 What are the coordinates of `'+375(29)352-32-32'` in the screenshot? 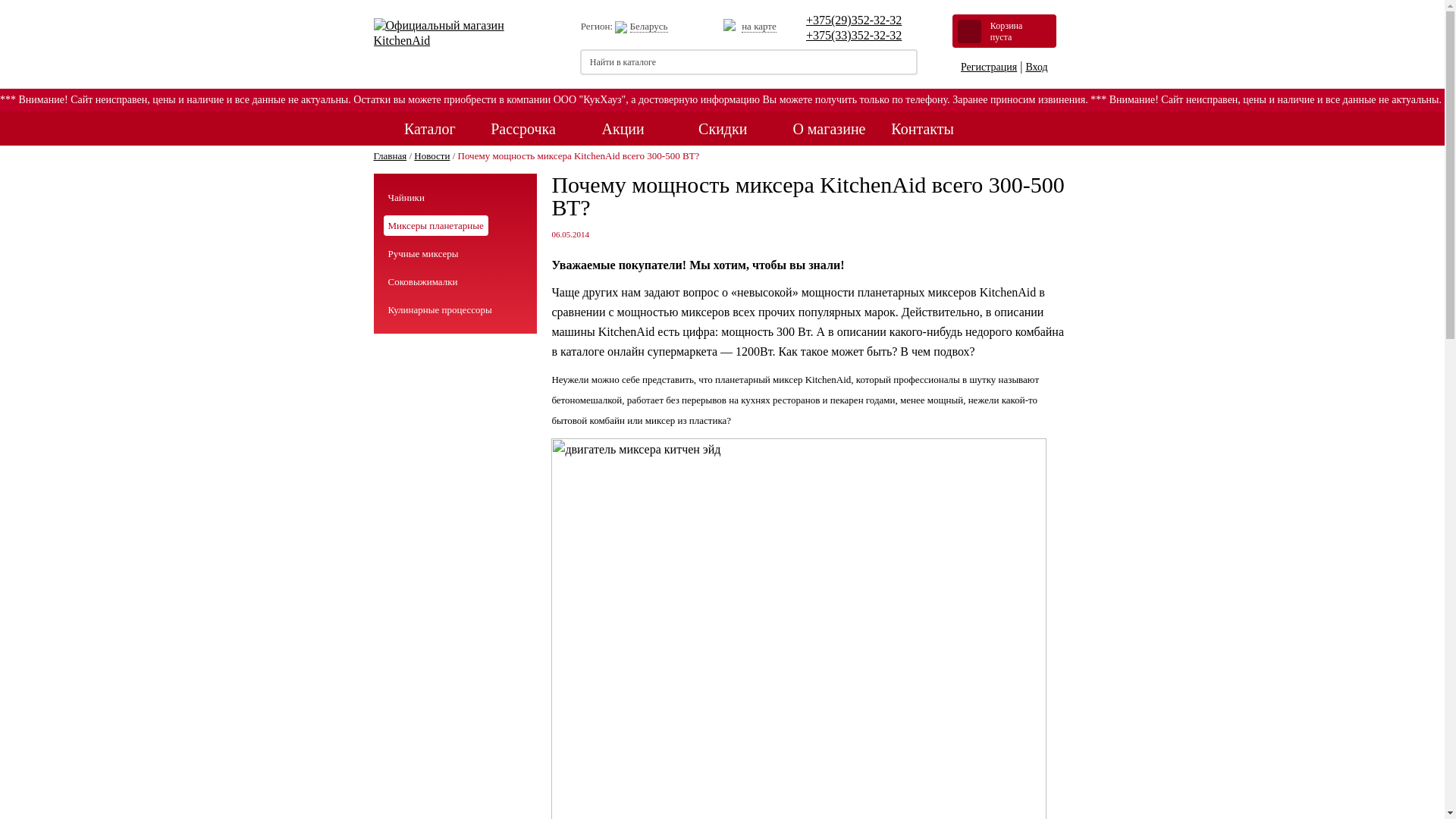 It's located at (854, 20).